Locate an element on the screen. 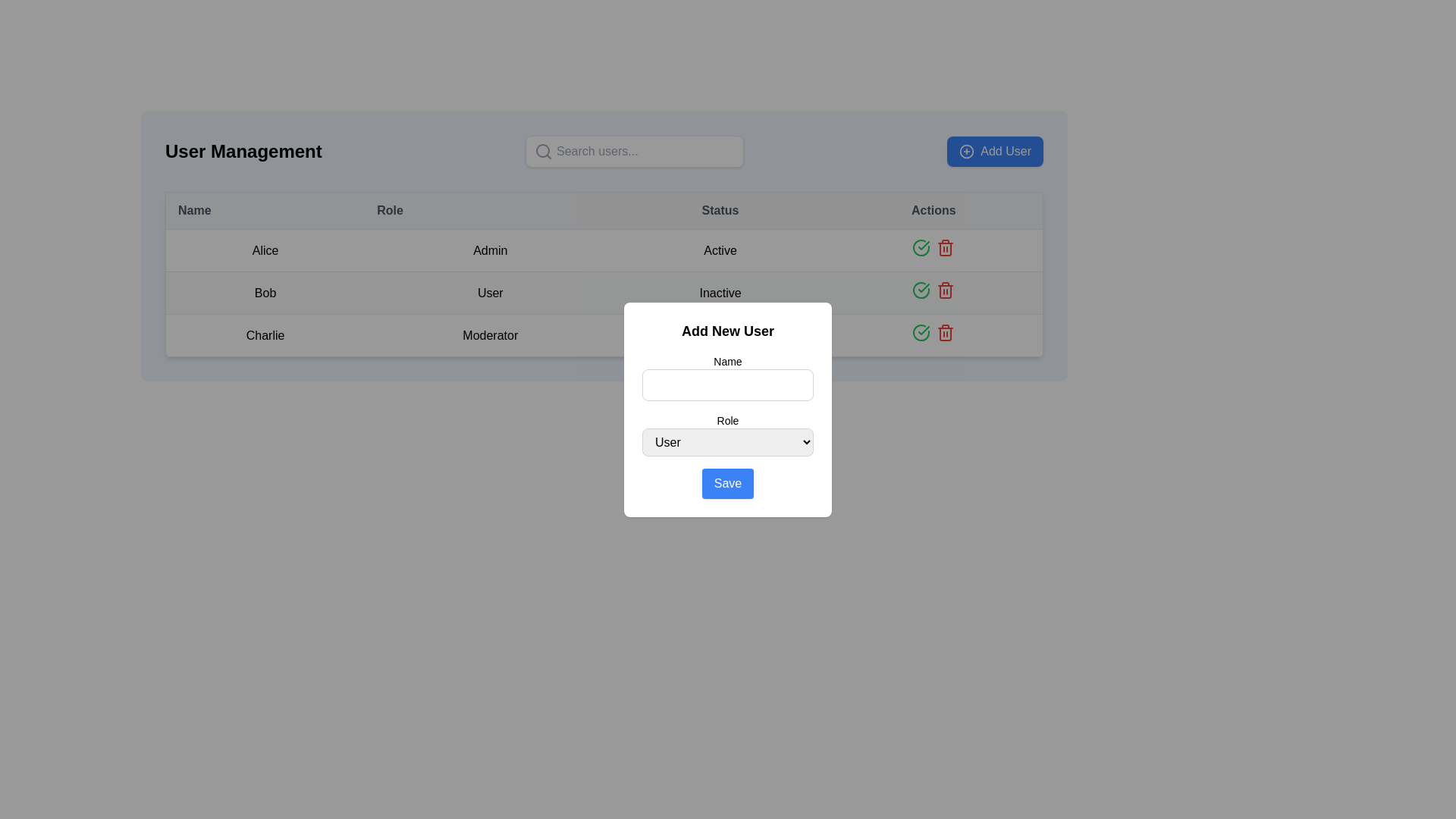  the confirmation button located in the 'Actions' column of the second row for the user 'Bob' with 'Inactive' status to confirm or activate the status is located at coordinates (921, 290).